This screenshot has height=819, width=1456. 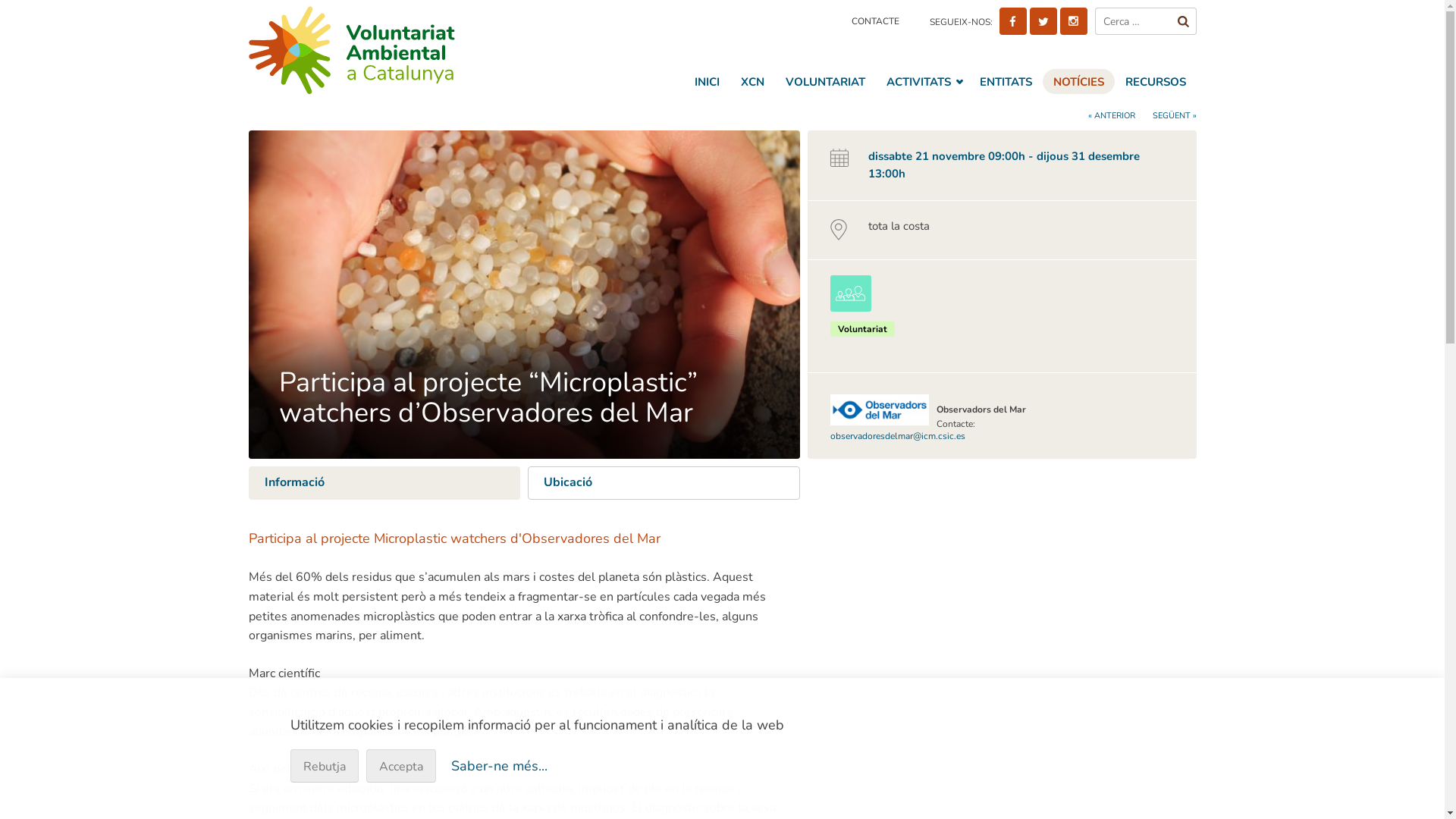 I want to click on 'Accepta', so click(x=400, y=766).